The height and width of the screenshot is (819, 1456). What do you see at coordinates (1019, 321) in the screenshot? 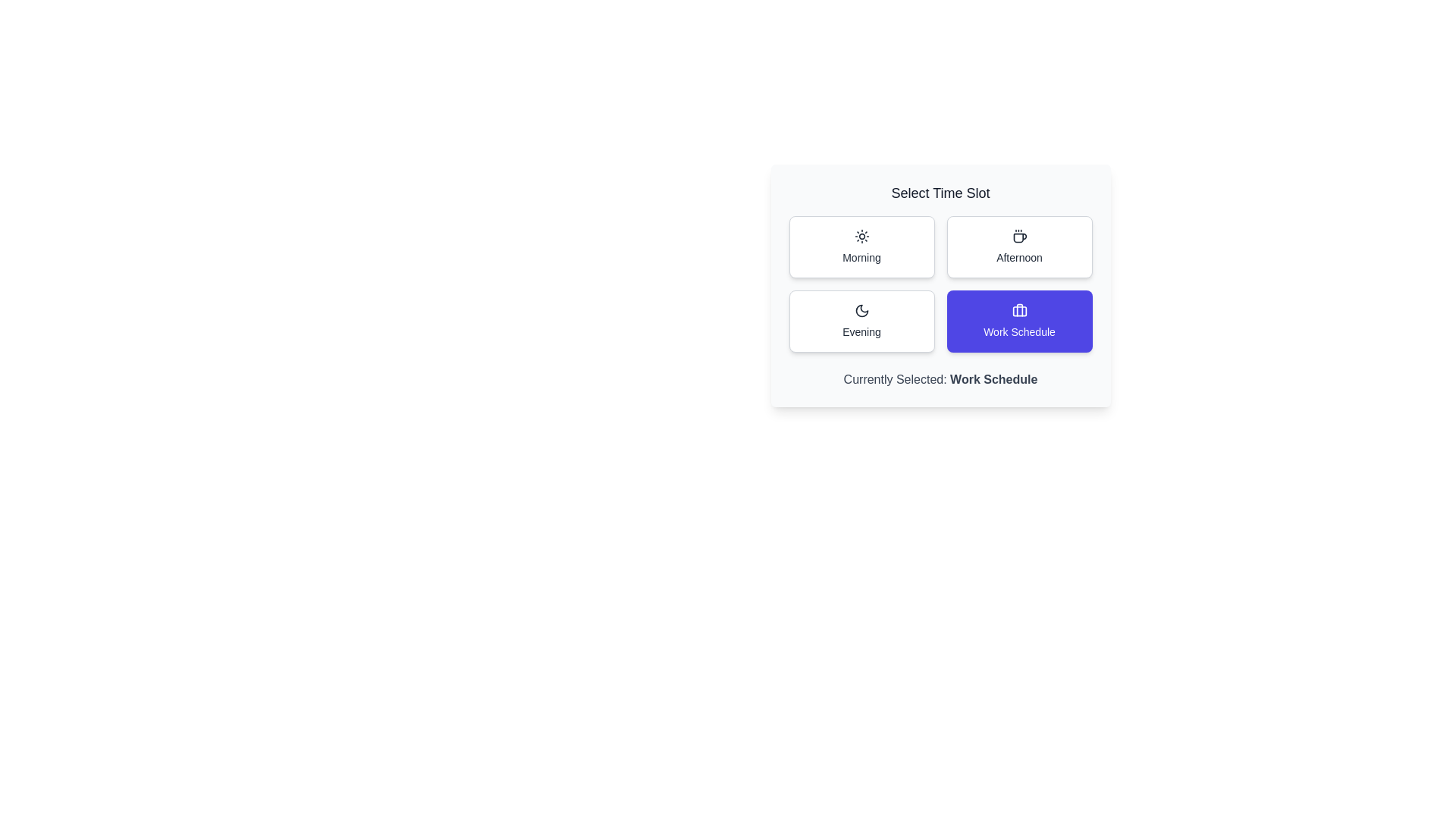
I see `the button labeled Work Schedule to observe its hover effect` at bounding box center [1019, 321].